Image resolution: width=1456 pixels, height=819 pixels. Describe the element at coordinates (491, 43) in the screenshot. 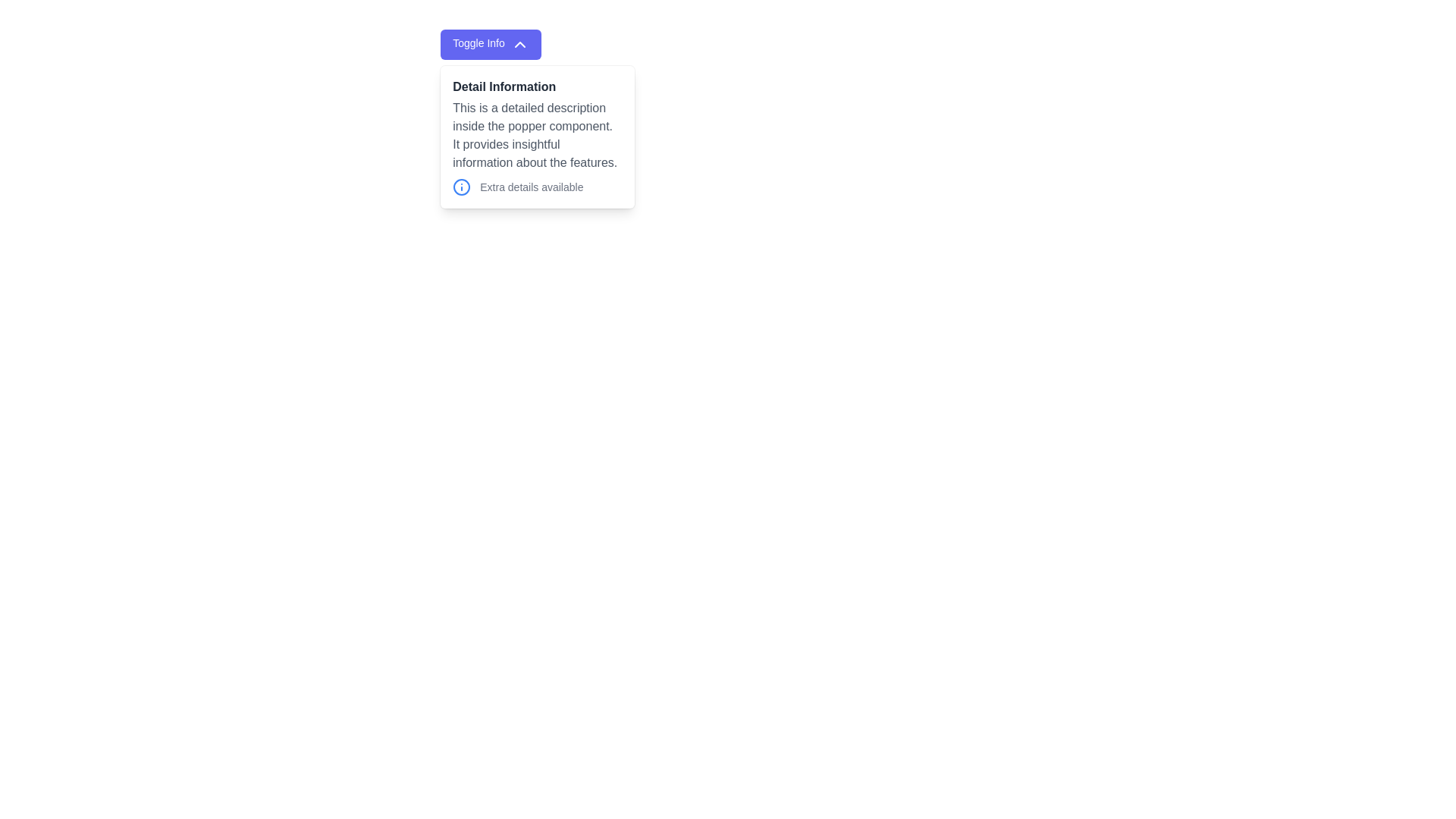

I see `the toggle button located at the top-left corner of the dialog box` at that location.